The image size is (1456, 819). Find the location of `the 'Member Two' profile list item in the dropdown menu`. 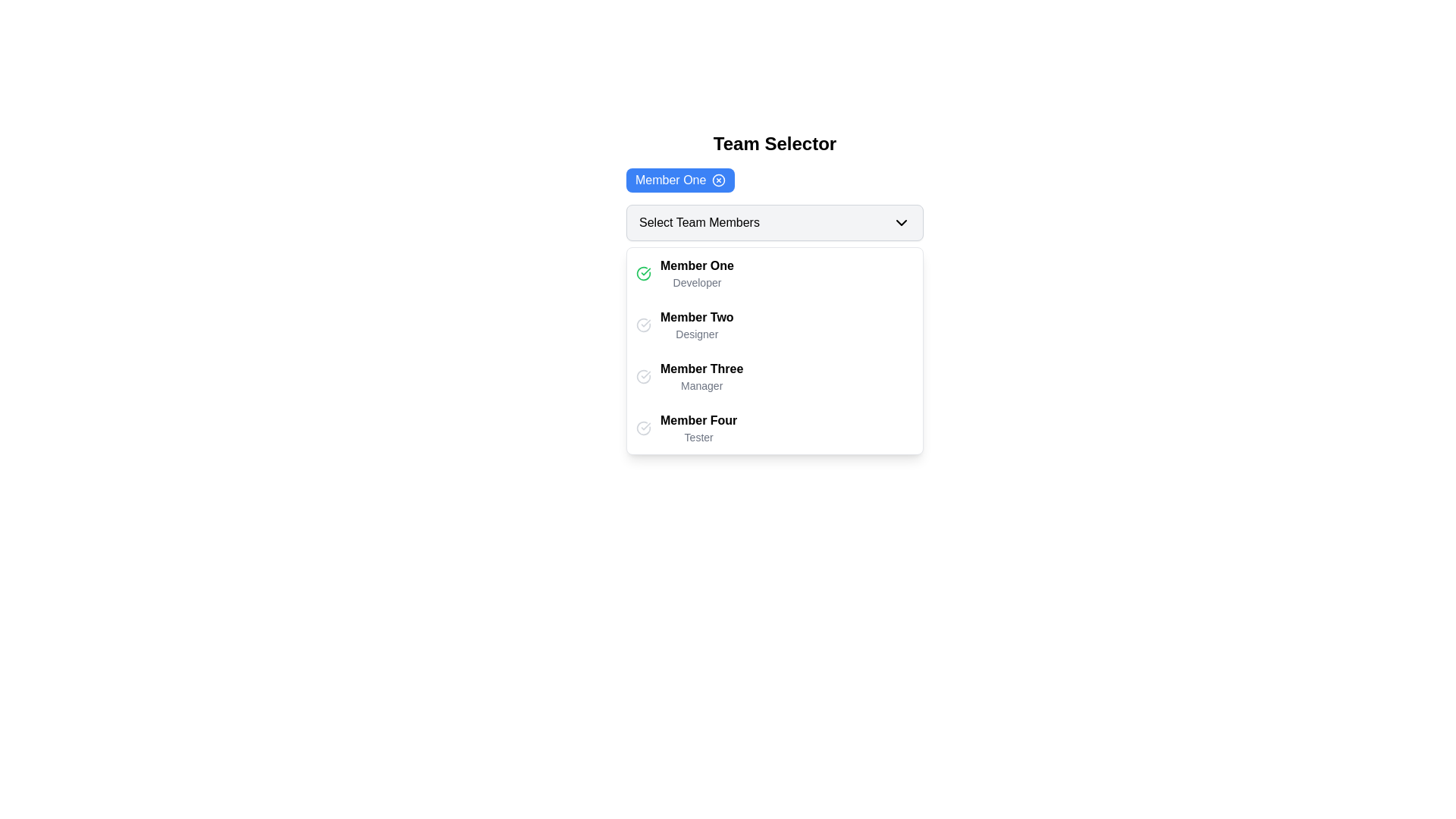

the 'Member Two' profile list item in the dropdown menu is located at coordinates (775, 324).